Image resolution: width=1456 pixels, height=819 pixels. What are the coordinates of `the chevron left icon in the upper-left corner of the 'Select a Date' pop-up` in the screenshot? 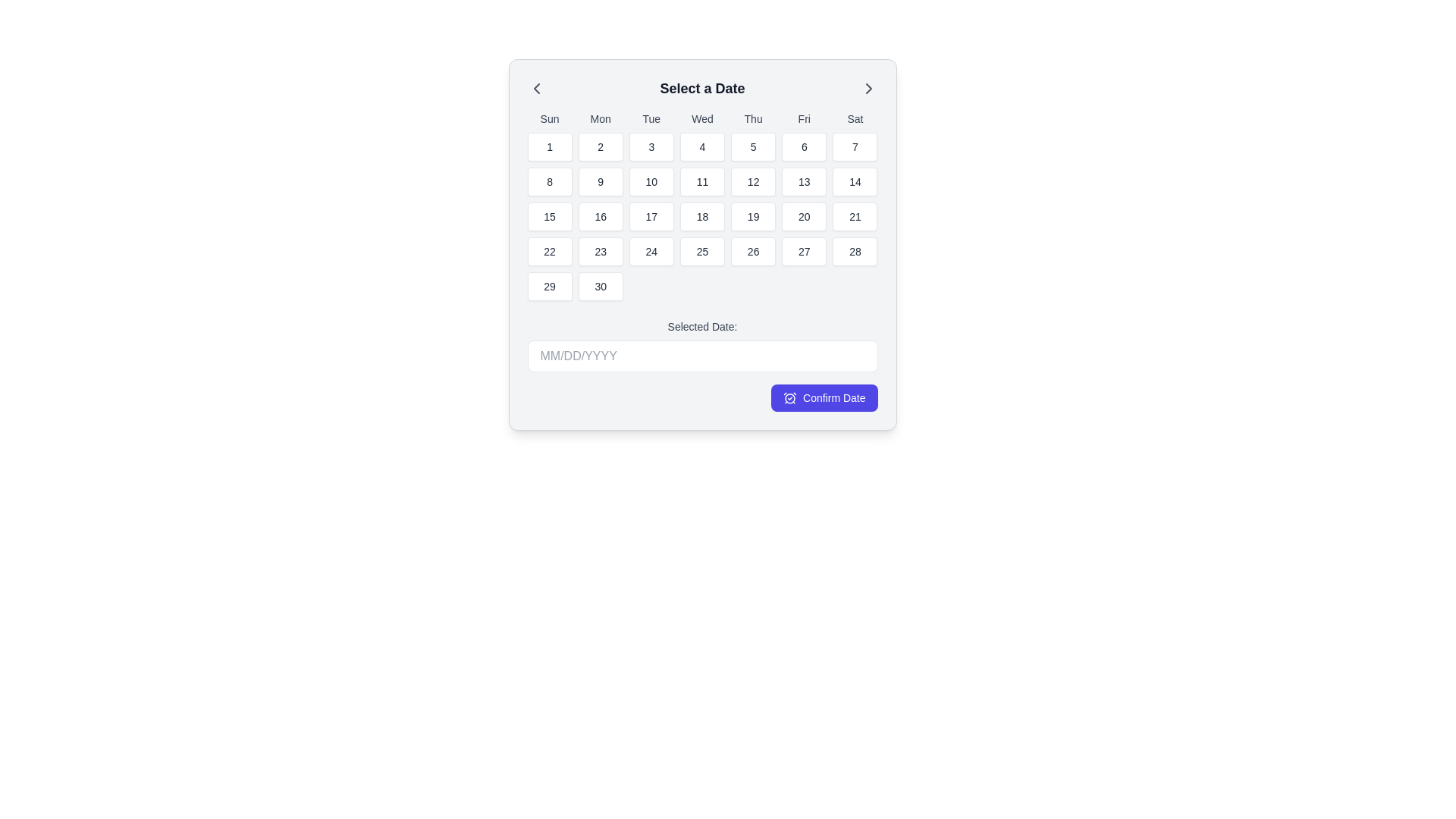 It's located at (536, 88).